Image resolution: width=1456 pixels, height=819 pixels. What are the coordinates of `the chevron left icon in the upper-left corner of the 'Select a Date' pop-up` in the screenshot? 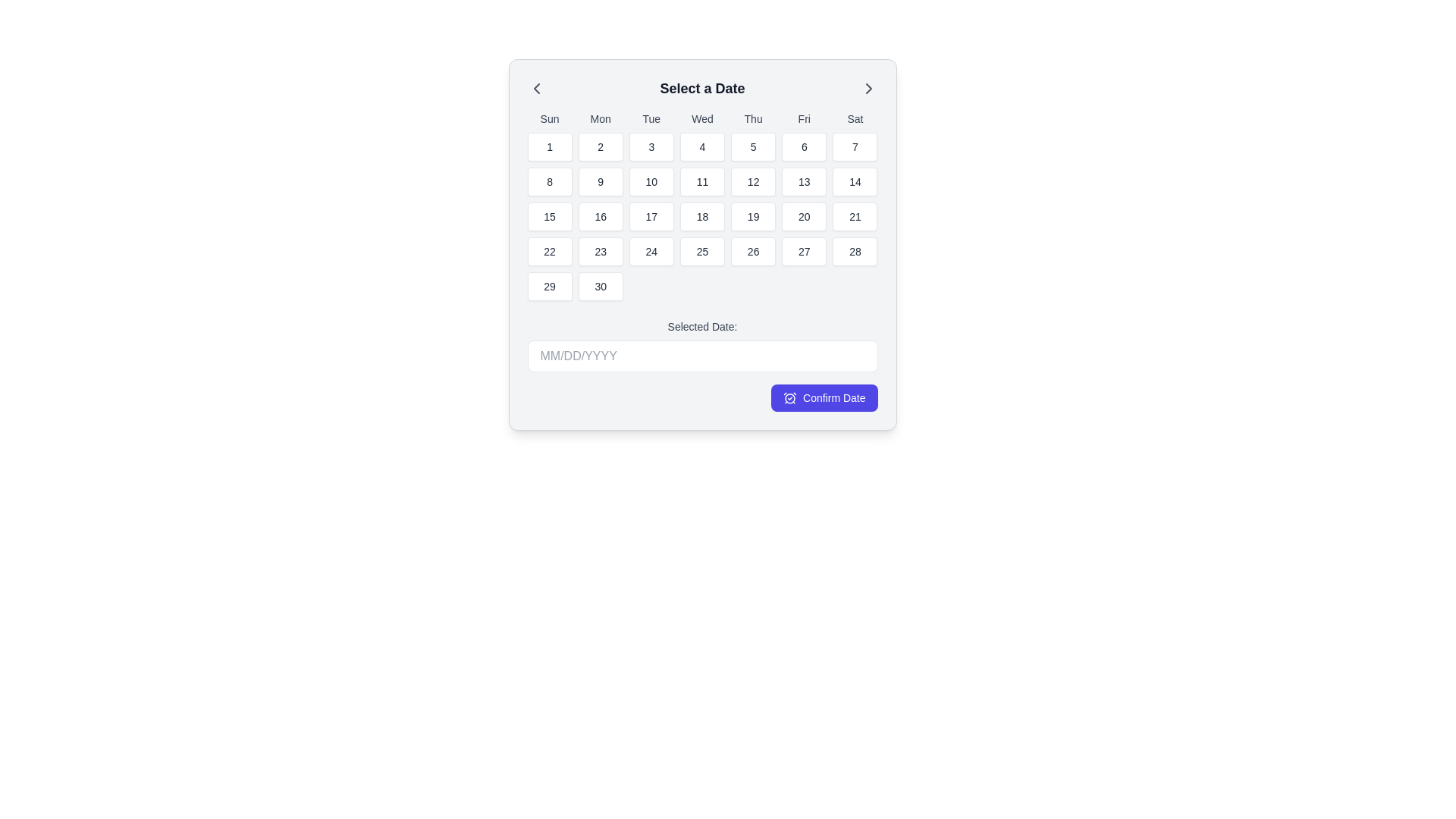 It's located at (536, 88).